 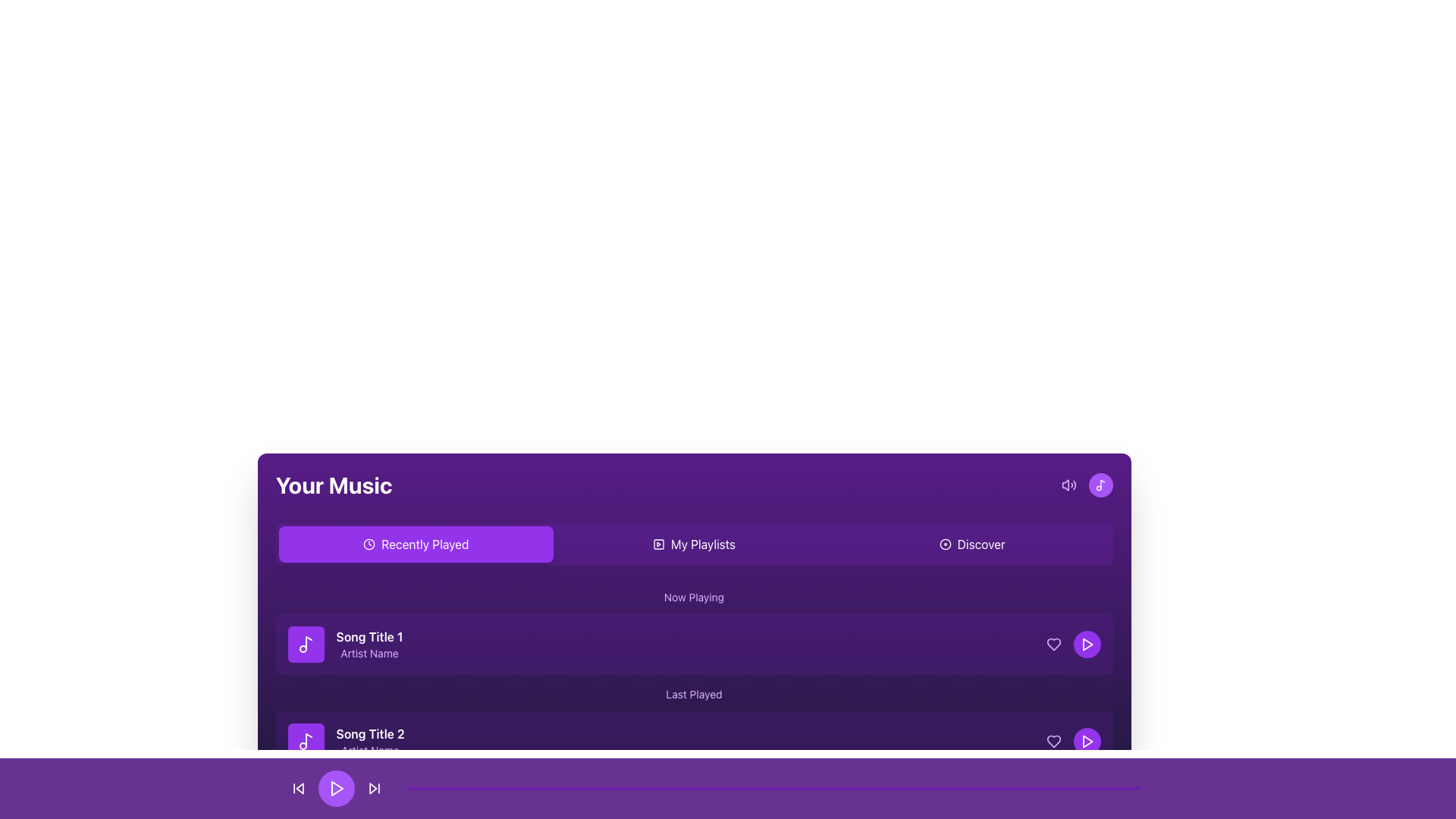 I want to click on the 'Discover' icon, so click(x=944, y=543).